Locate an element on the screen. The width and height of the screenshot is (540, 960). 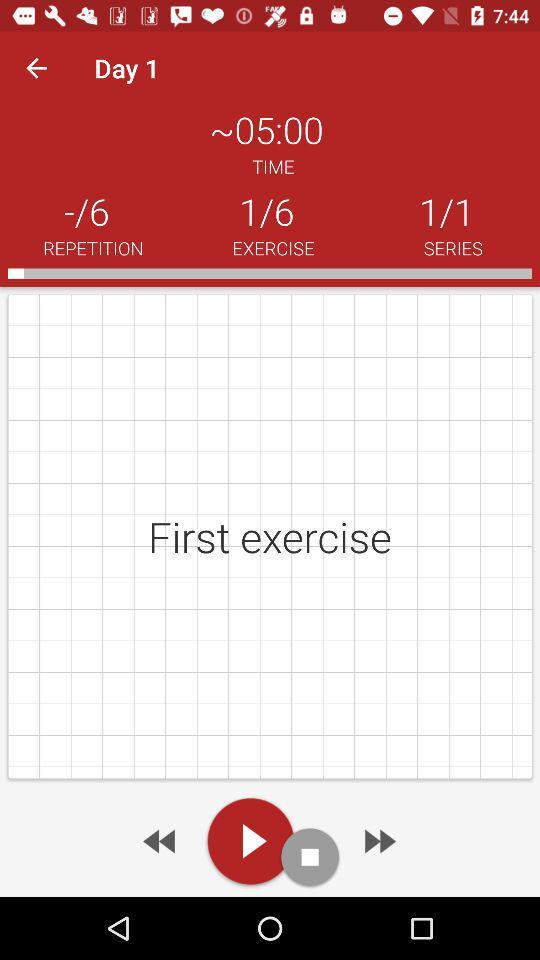
go back is located at coordinates (160, 840).